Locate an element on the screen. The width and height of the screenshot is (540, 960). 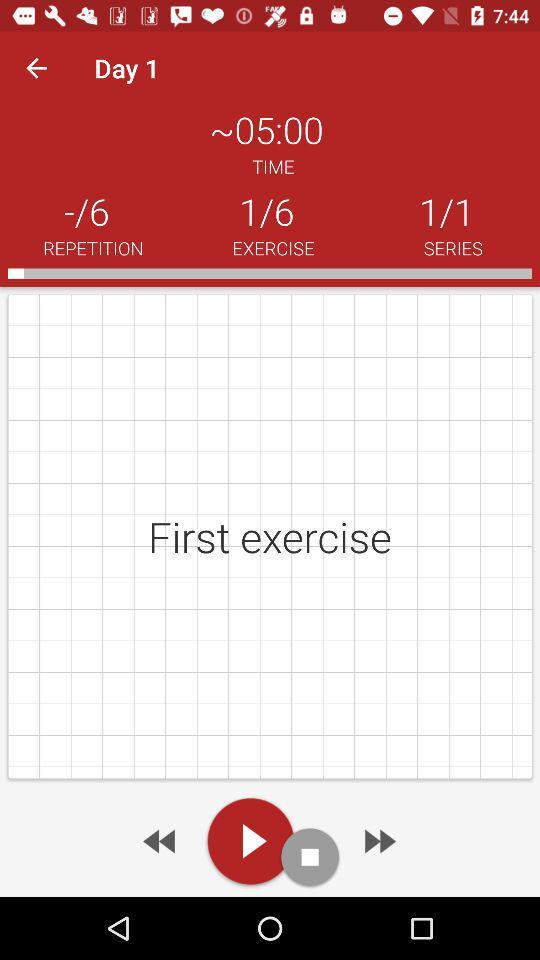
go back is located at coordinates (160, 840).